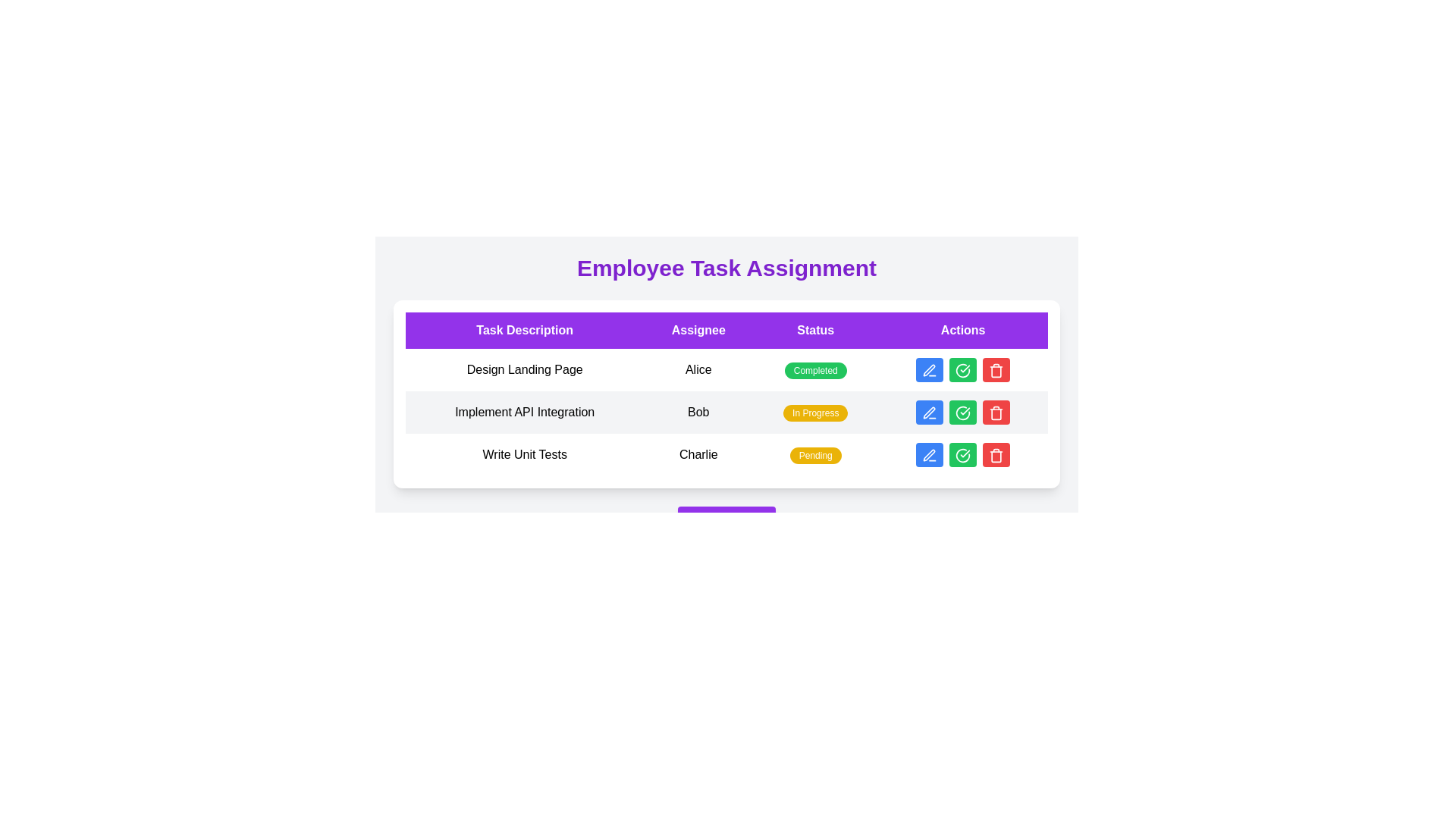 The height and width of the screenshot is (819, 1456). What do you see at coordinates (928, 370) in the screenshot?
I see `the edit icon button, which features a curved, stylized pen symbol, located in the Actions column of the first row for Alice's task` at bounding box center [928, 370].